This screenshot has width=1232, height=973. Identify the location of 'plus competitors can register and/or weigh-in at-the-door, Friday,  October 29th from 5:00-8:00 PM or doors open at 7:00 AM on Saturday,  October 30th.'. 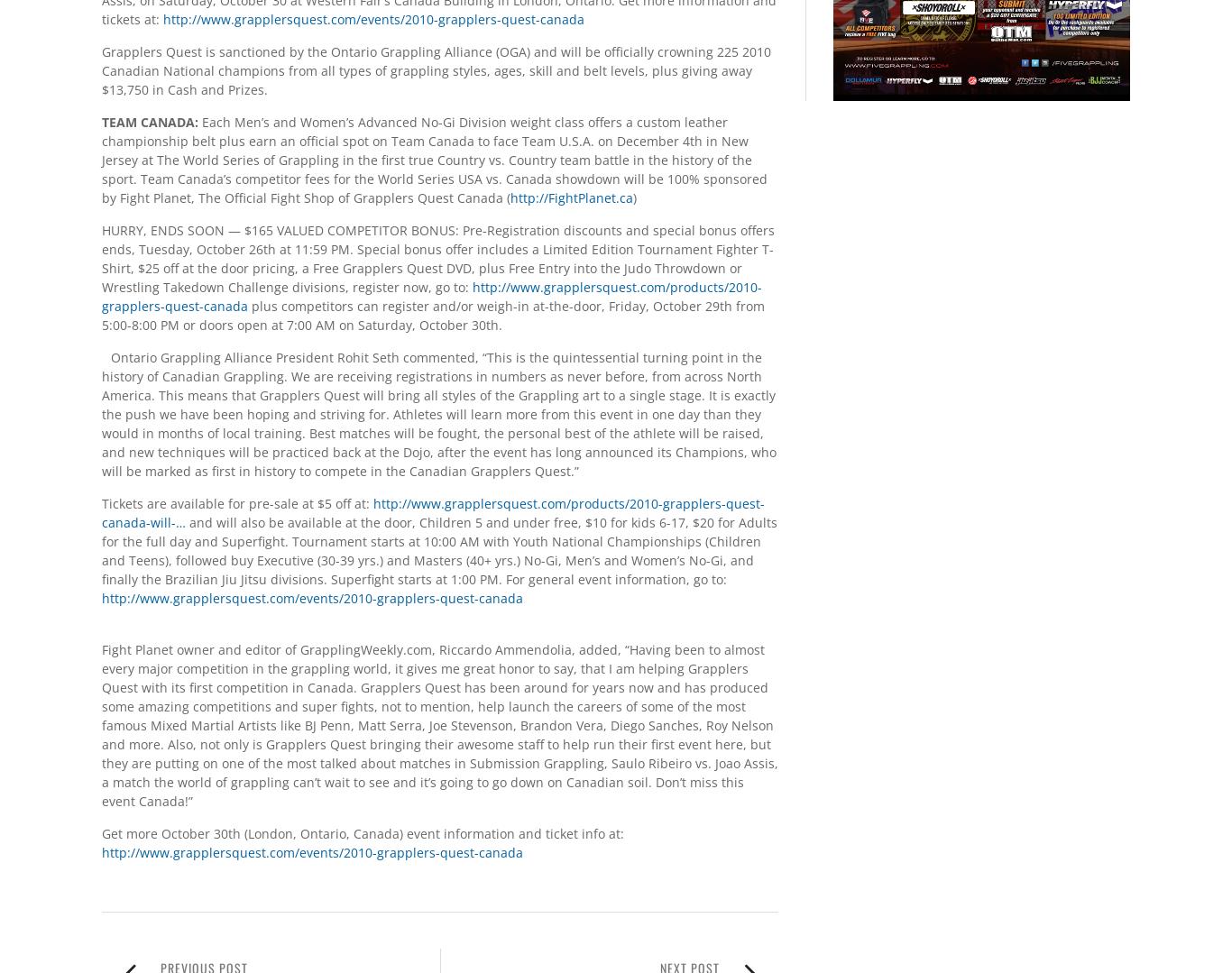
(433, 314).